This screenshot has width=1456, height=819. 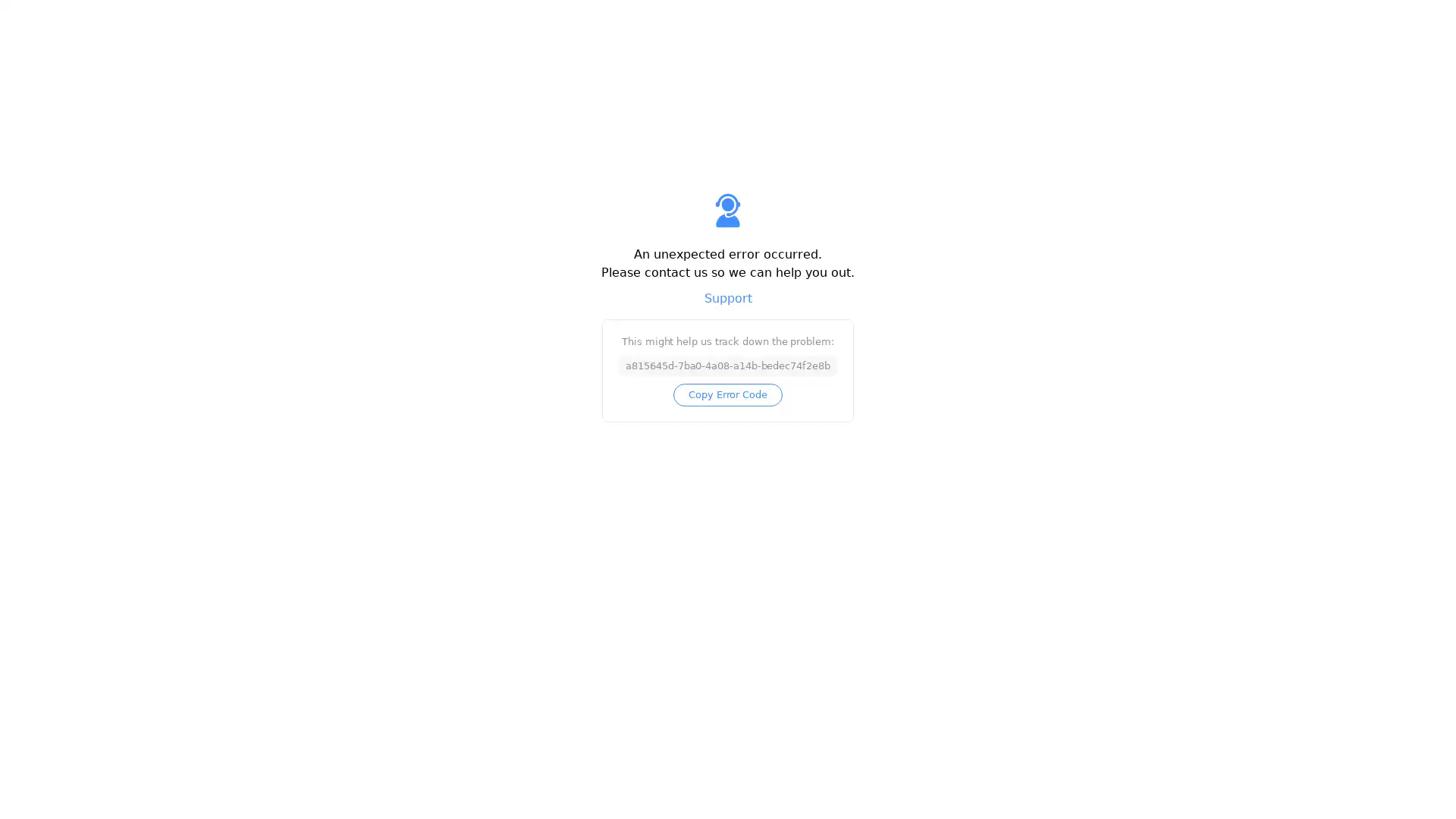 I want to click on Copy Error Code to Clipboard, so click(x=726, y=394).